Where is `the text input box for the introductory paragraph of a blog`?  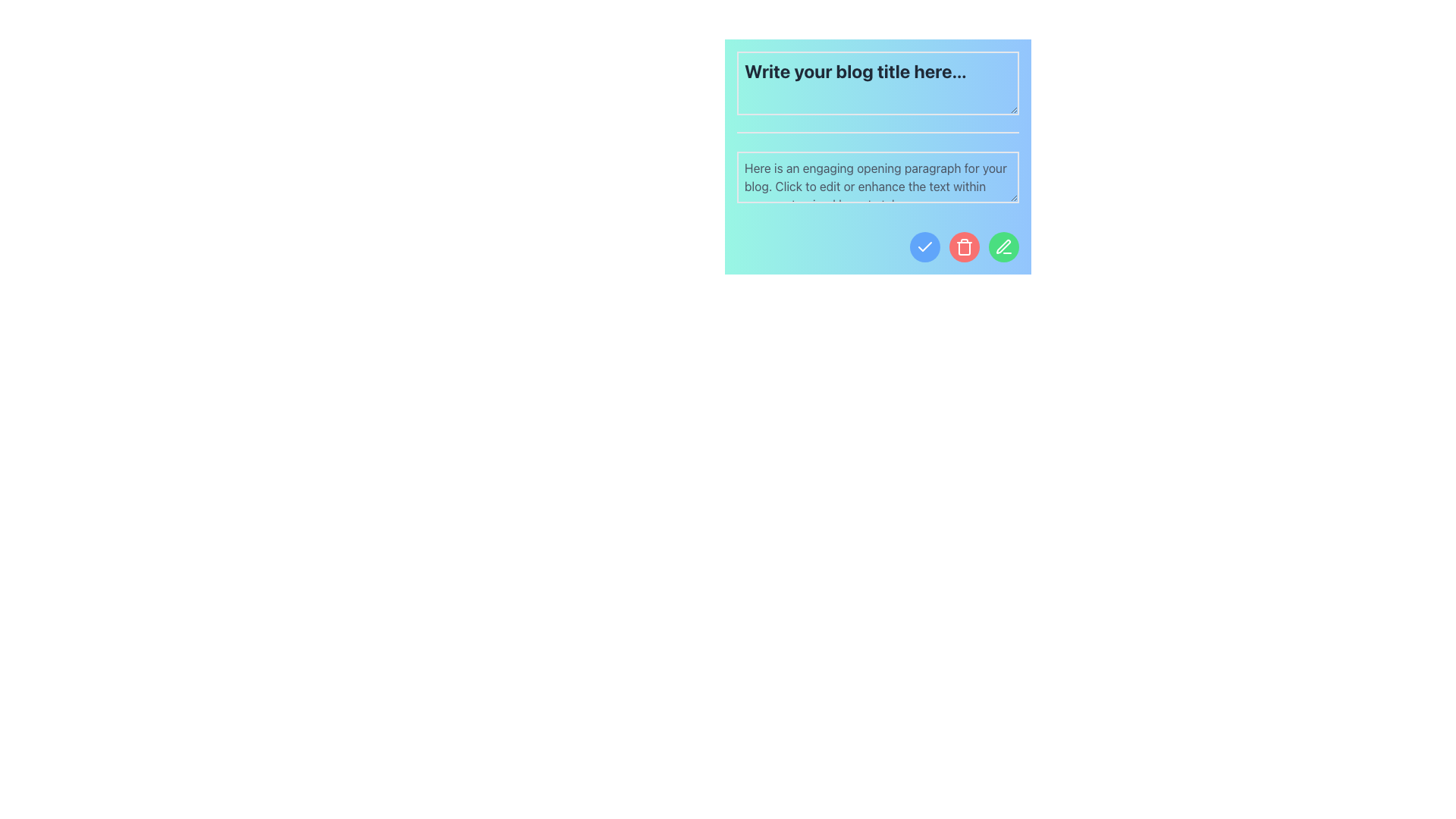 the text input box for the introductory paragraph of a blog is located at coordinates (877, 157).